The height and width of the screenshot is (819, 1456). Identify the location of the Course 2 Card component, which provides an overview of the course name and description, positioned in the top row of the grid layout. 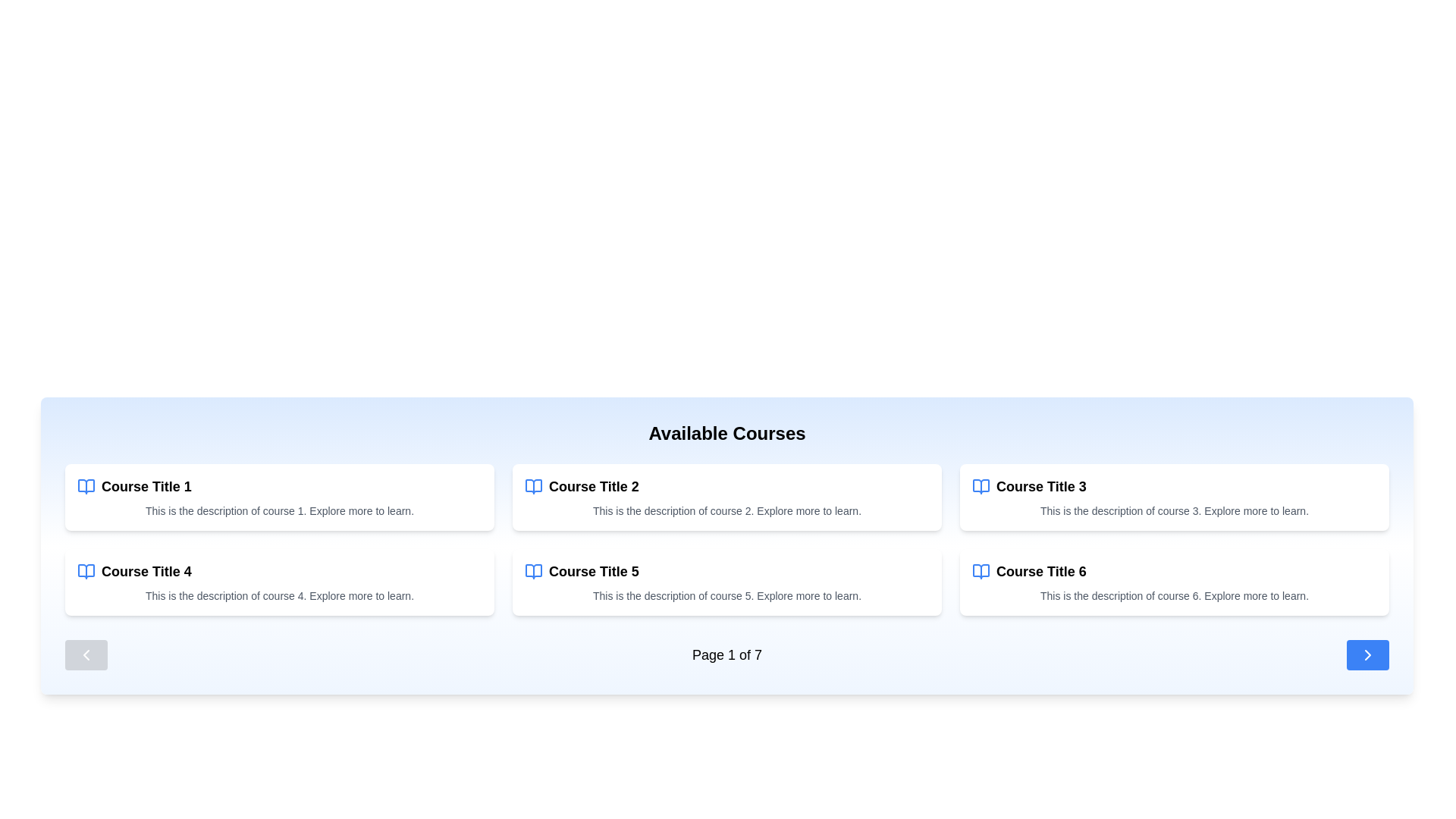
(726, 497).